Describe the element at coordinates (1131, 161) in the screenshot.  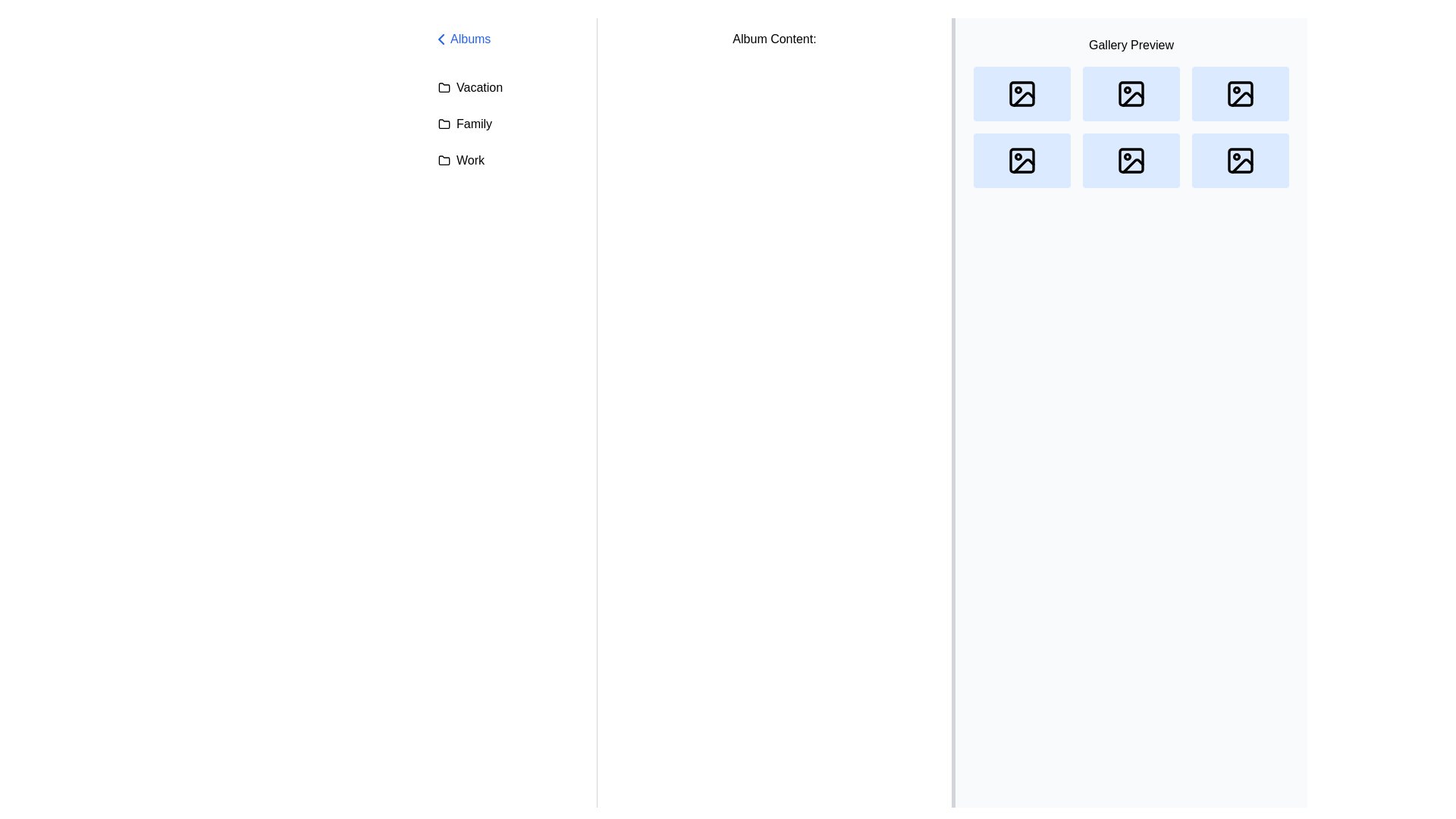
I see `the non-interactive image icon located in the second row and third column of the grid under the 'Gallery Preview' label` at that location.